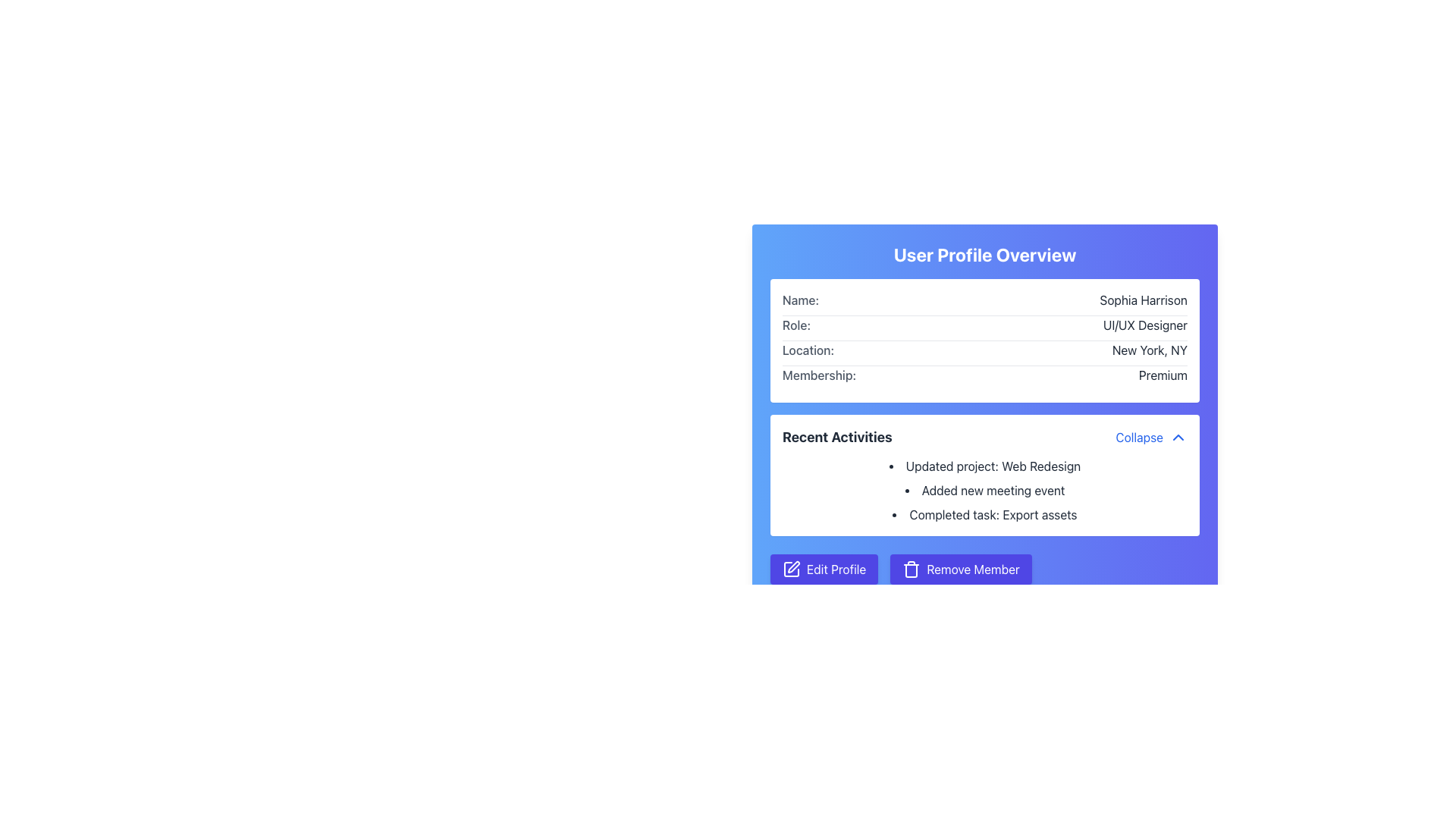 The width and height of the screenshot is (1456, 819). I want to click on the button designed to remove a member from the user's profile or group to observe its hover state, so click(960, 570).